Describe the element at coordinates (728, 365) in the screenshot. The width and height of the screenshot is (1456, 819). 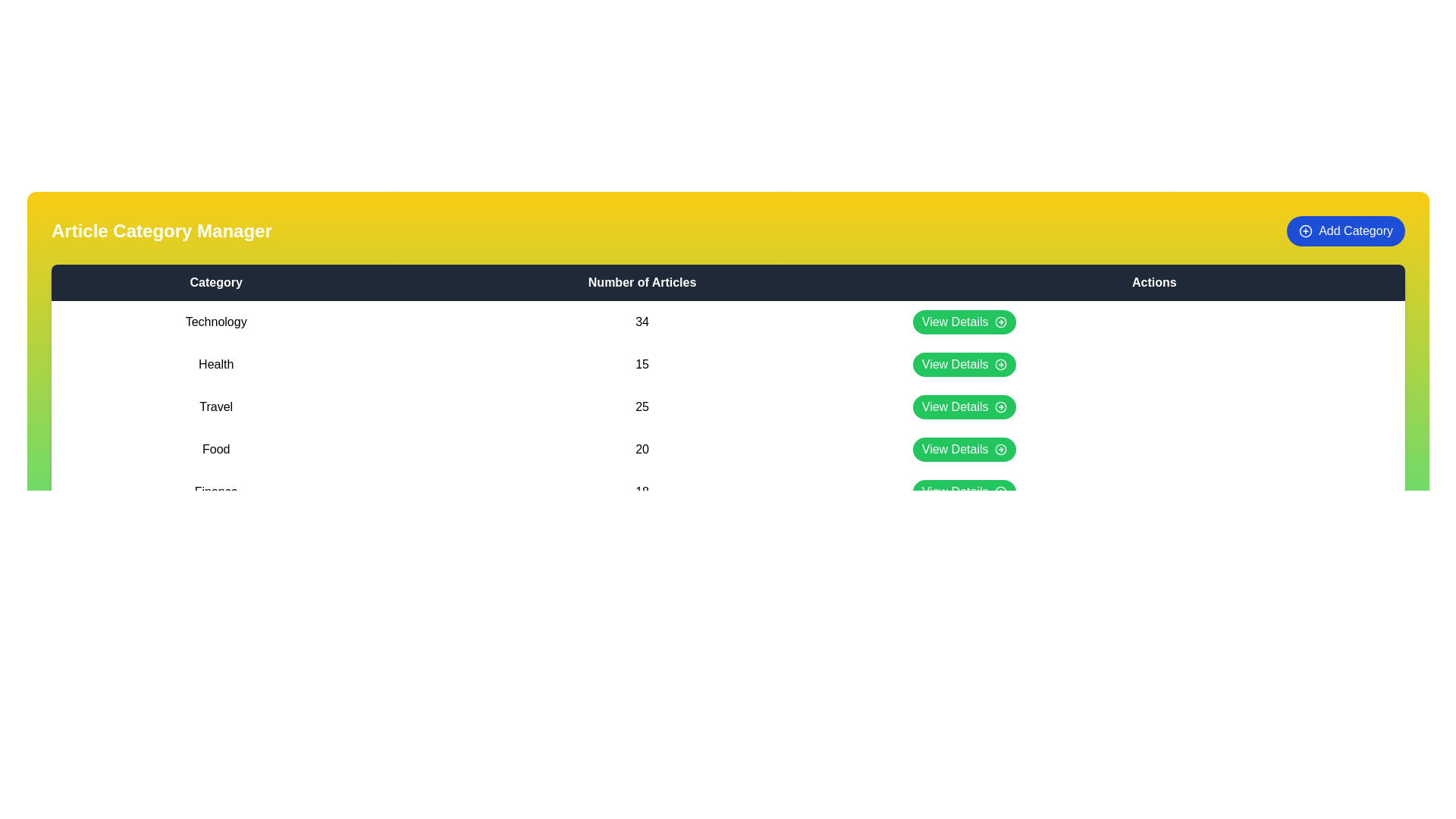
I see `the row corresponding to the category Health` at that location.